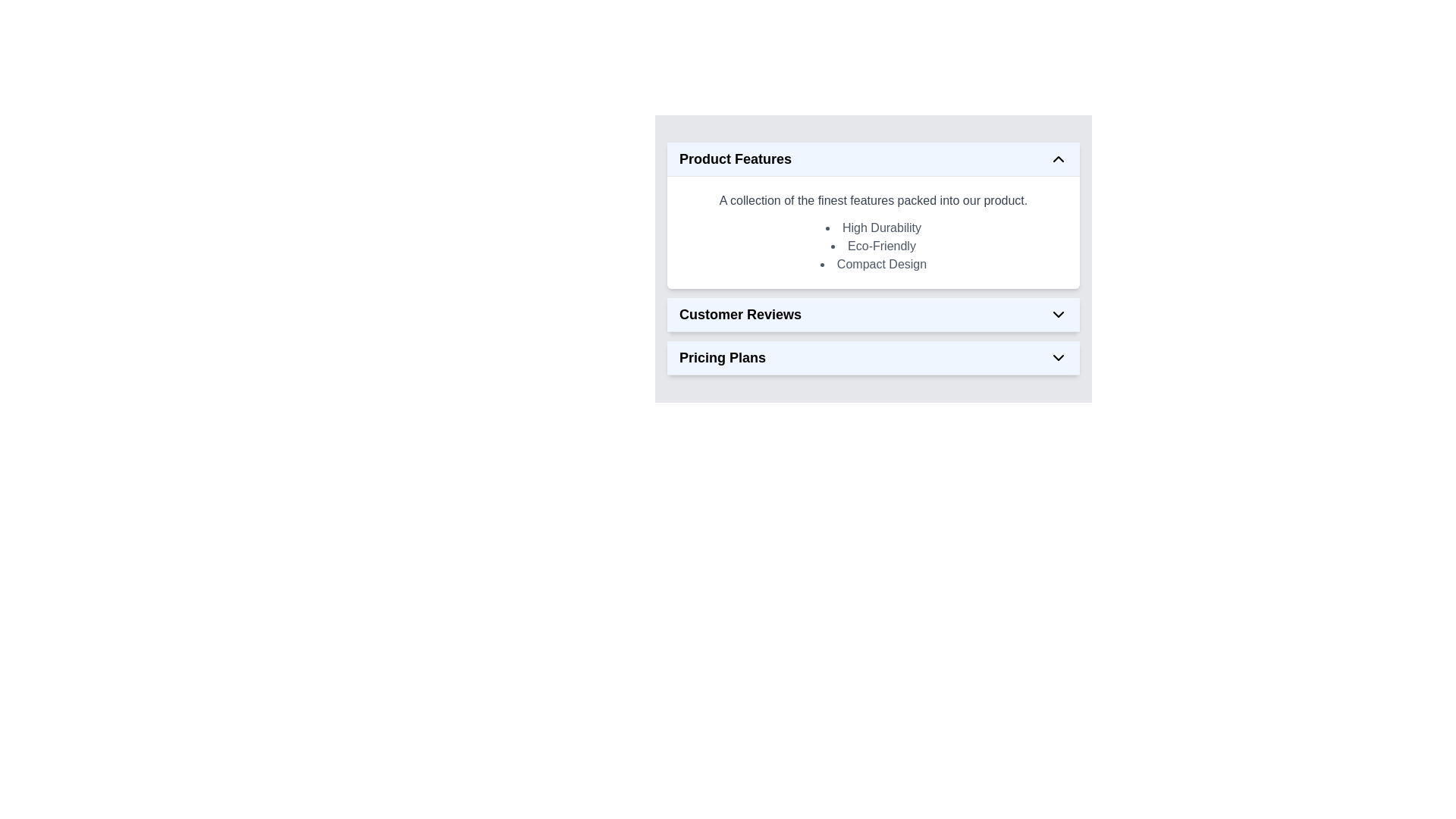 Image resolution: width=1456 pixels, height=819 pixels. What do you see at coordinates (1058, 158) in the screenshot?
I see `the toggle chevron icon button located in the header section of the 'Product Features' collapsible section, which is aligned to the right of the 'Product Features' text label` at bounding box center [1058, 158].